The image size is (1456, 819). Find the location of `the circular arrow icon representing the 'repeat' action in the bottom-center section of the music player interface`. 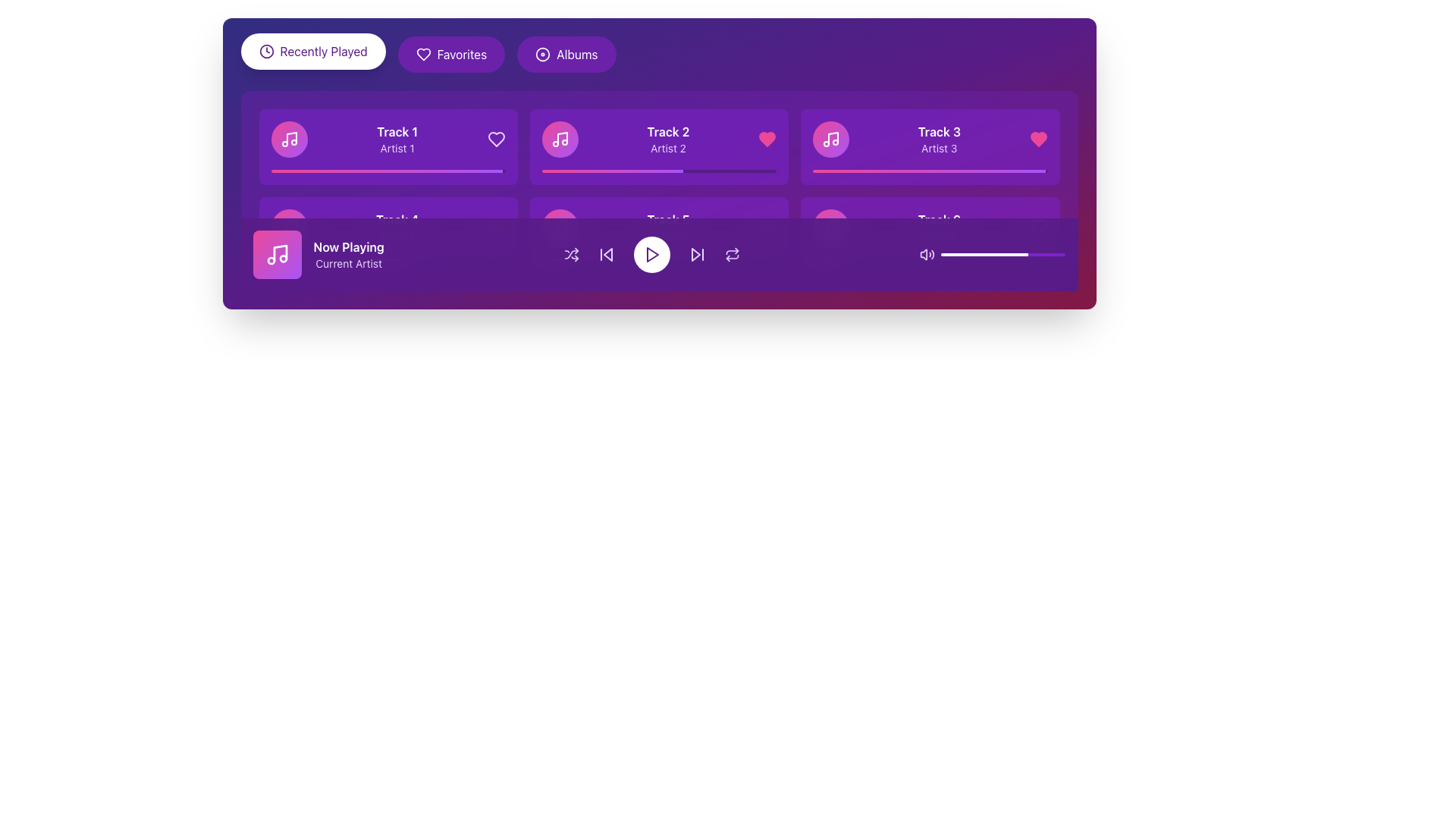

the circular arrow icon representing the 'repeat' action in the bottom-center section of the music player interface is located at coordinates (733, 253).